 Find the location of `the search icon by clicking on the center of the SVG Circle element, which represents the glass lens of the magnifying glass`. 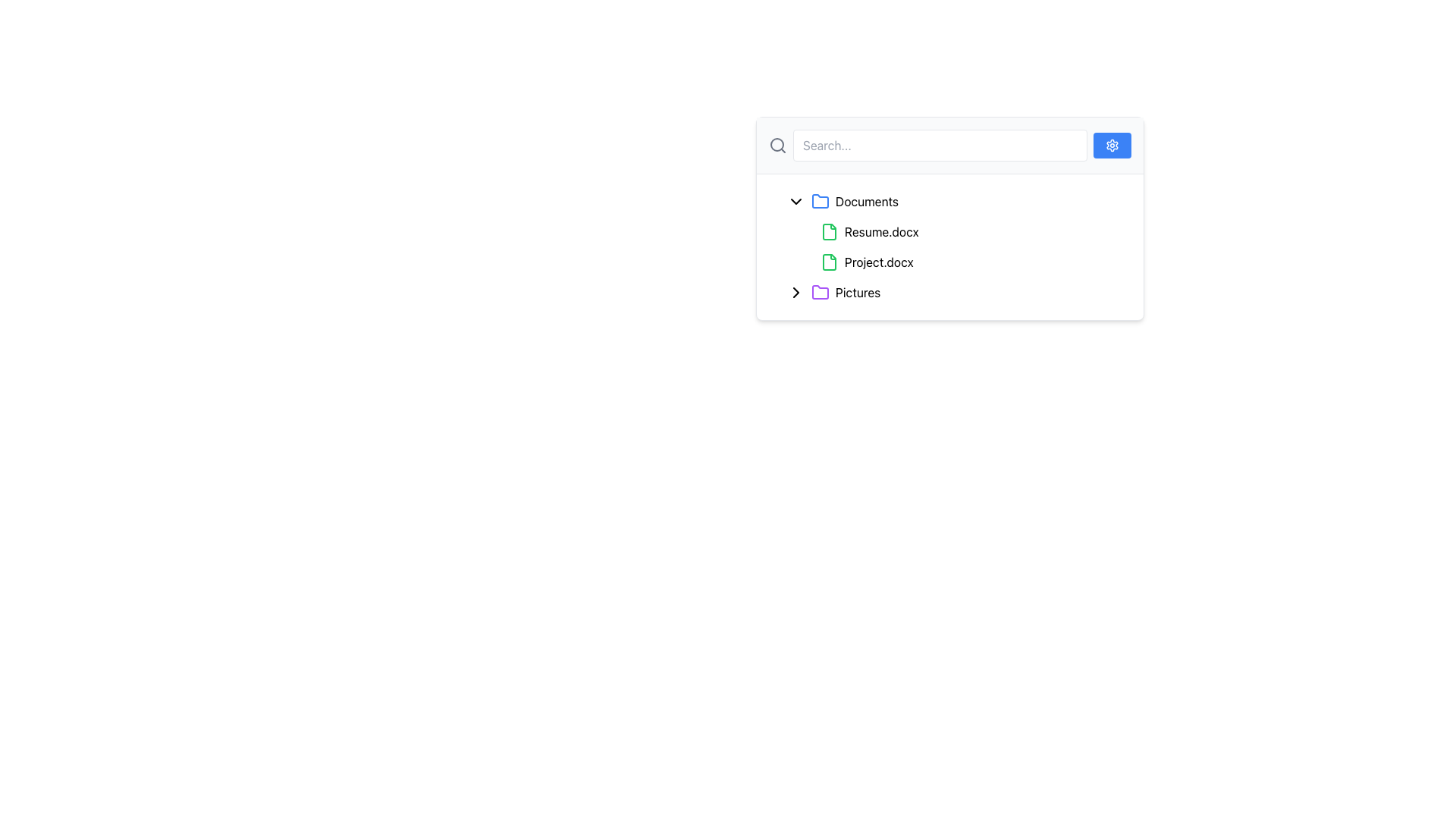

the search icon by clicking on the center of the SVG Circle element, which represents the glass lens of the magnifying glass is located at coordinates (777, 145).